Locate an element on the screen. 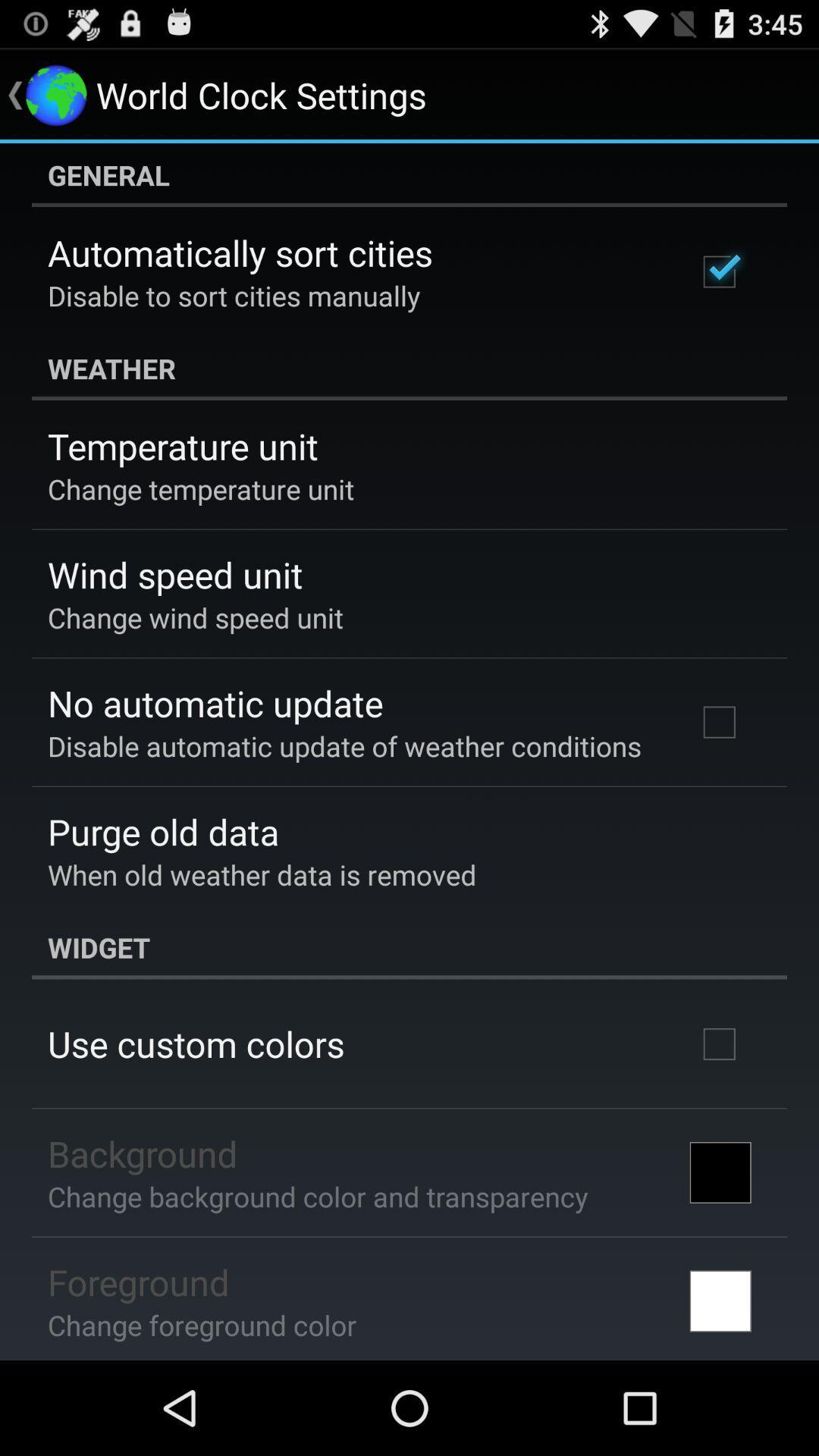  item above background is located at coordinates (195, 1043).